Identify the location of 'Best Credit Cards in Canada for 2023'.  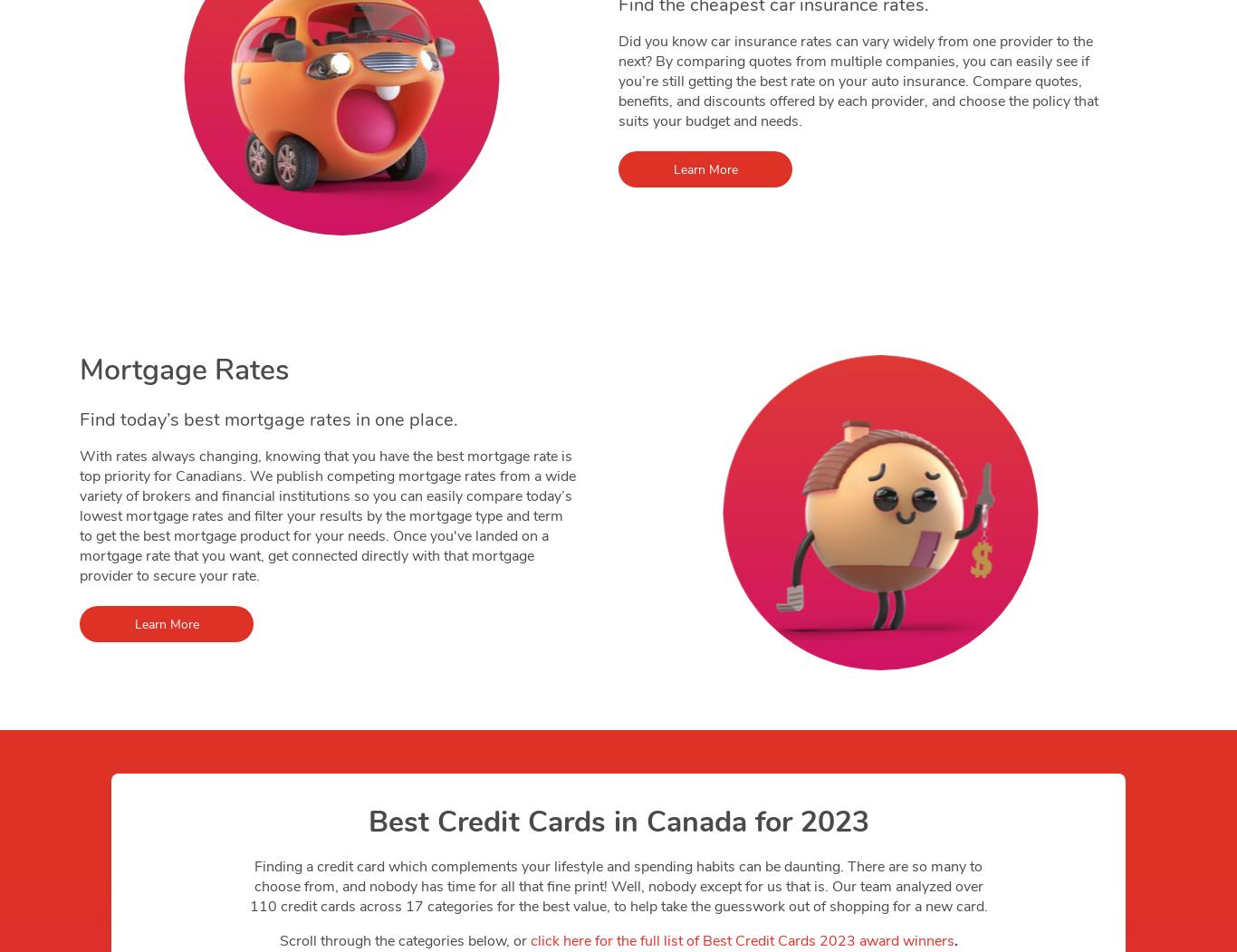
(617, 822).